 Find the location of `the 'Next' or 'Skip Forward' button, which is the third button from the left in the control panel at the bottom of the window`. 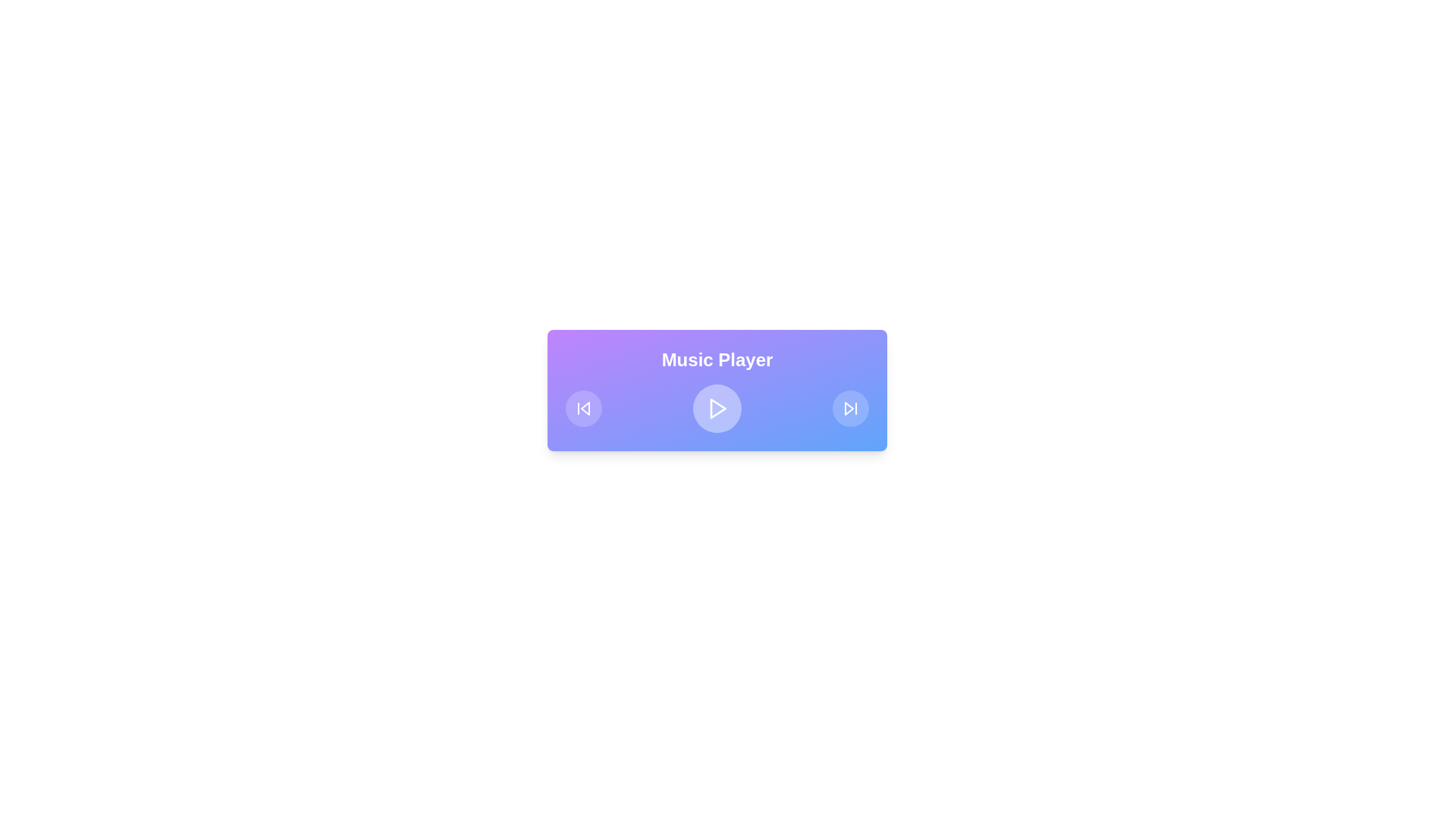

the 'Next' or 'Skip Forward' button, which is the third button from the left in the control panel at the bottom of the window is located at coordinates (851, 408).